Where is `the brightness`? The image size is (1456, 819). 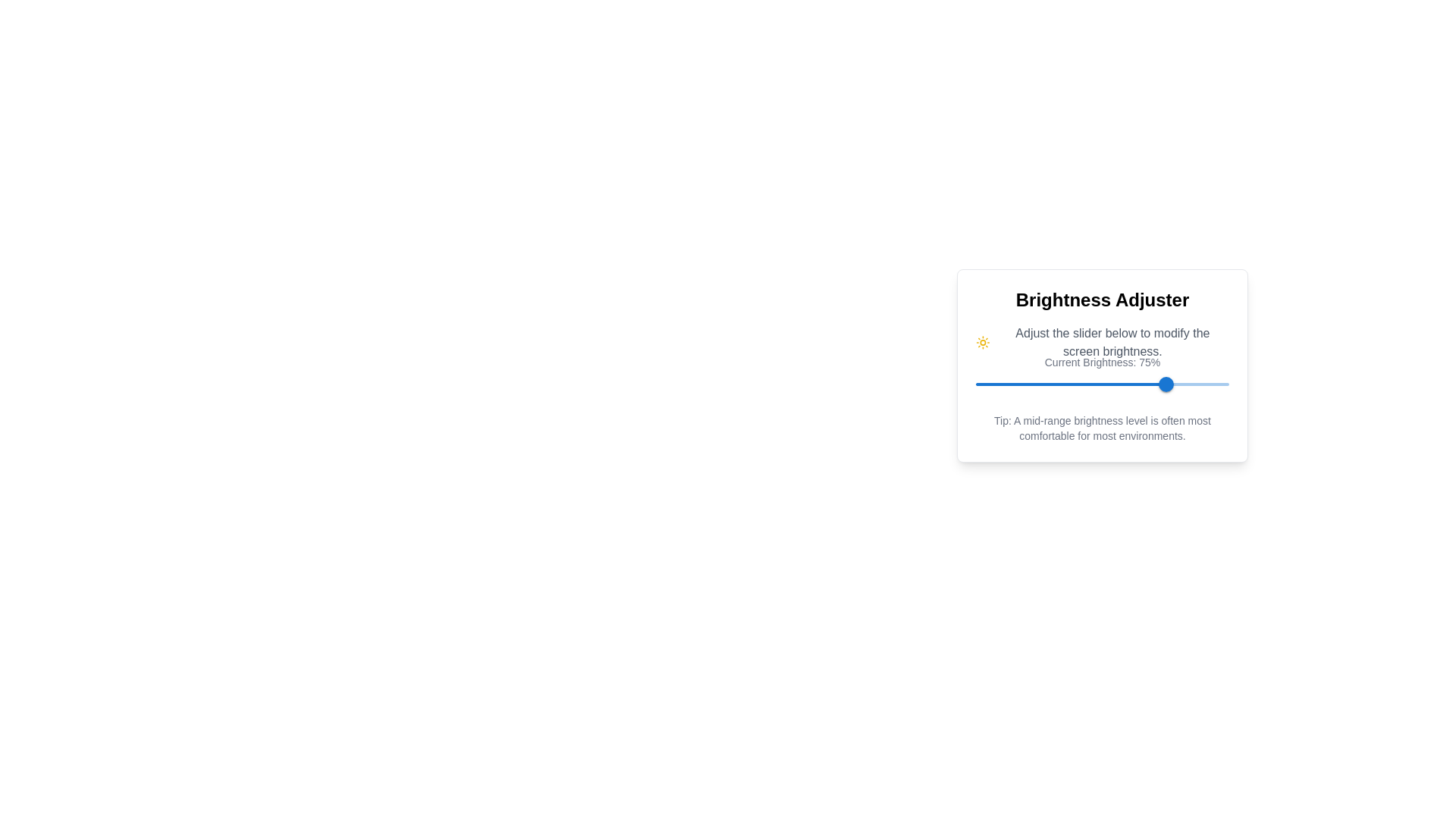 the brightness is located at coordinates (1097, 383).